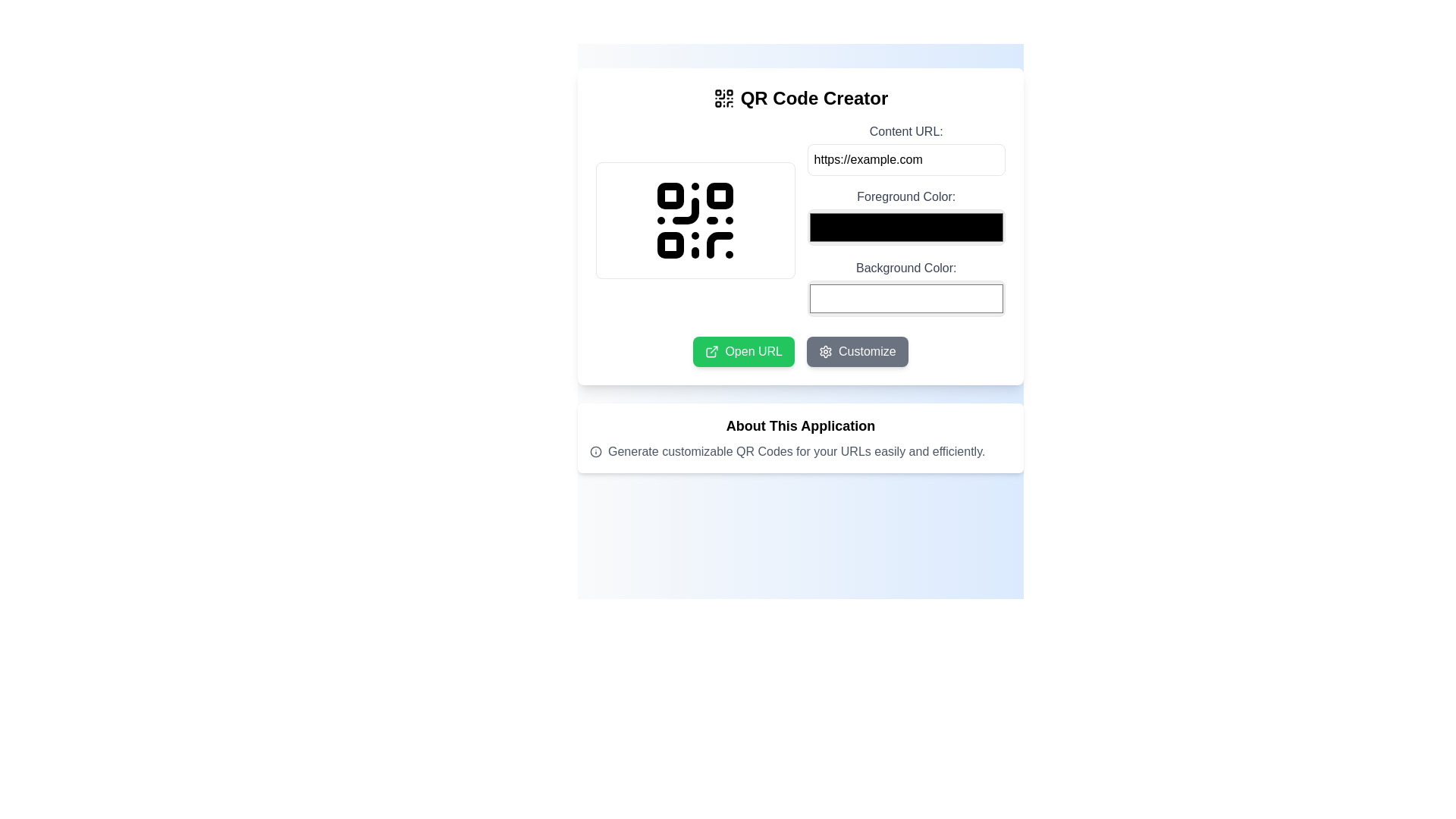 The height and width of the screenshot is (819, 1456). What do you see at coordinates (825, 351) in the screenshot?
I see `the 'Customize' icon located to the left of the 'Customize' button, which symbolizes the customization feature` at bounding box center [825, 351].